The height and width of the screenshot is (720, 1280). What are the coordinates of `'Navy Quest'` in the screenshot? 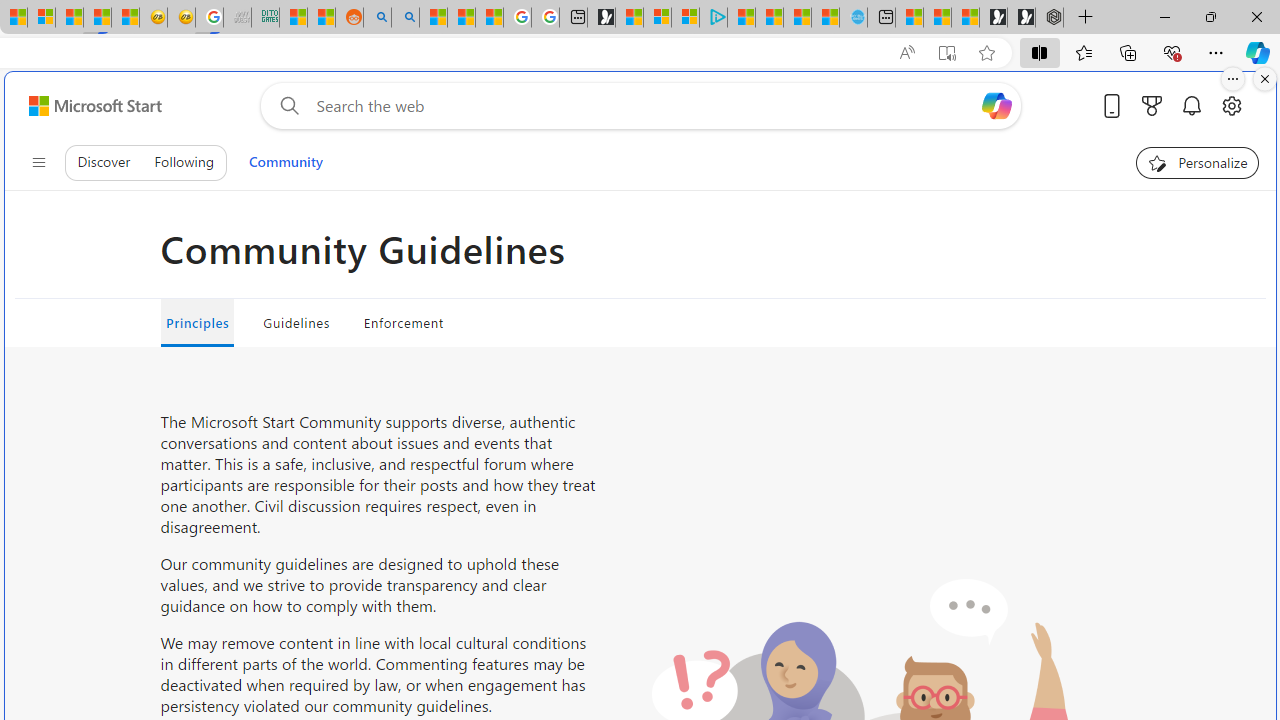 It's located at (237, 17).